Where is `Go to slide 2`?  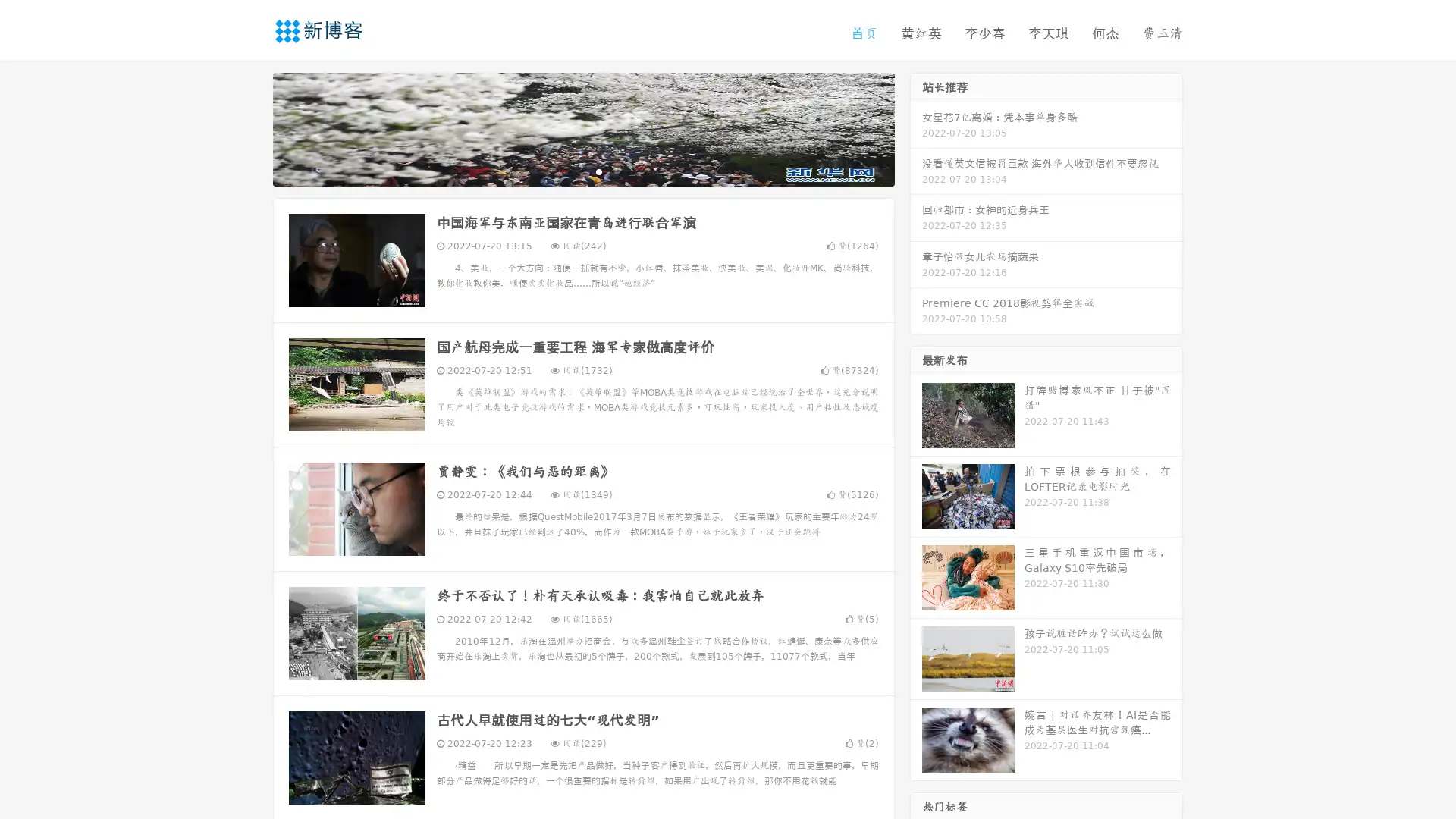 Go to slide 2 is located at coordinates (582, 171).